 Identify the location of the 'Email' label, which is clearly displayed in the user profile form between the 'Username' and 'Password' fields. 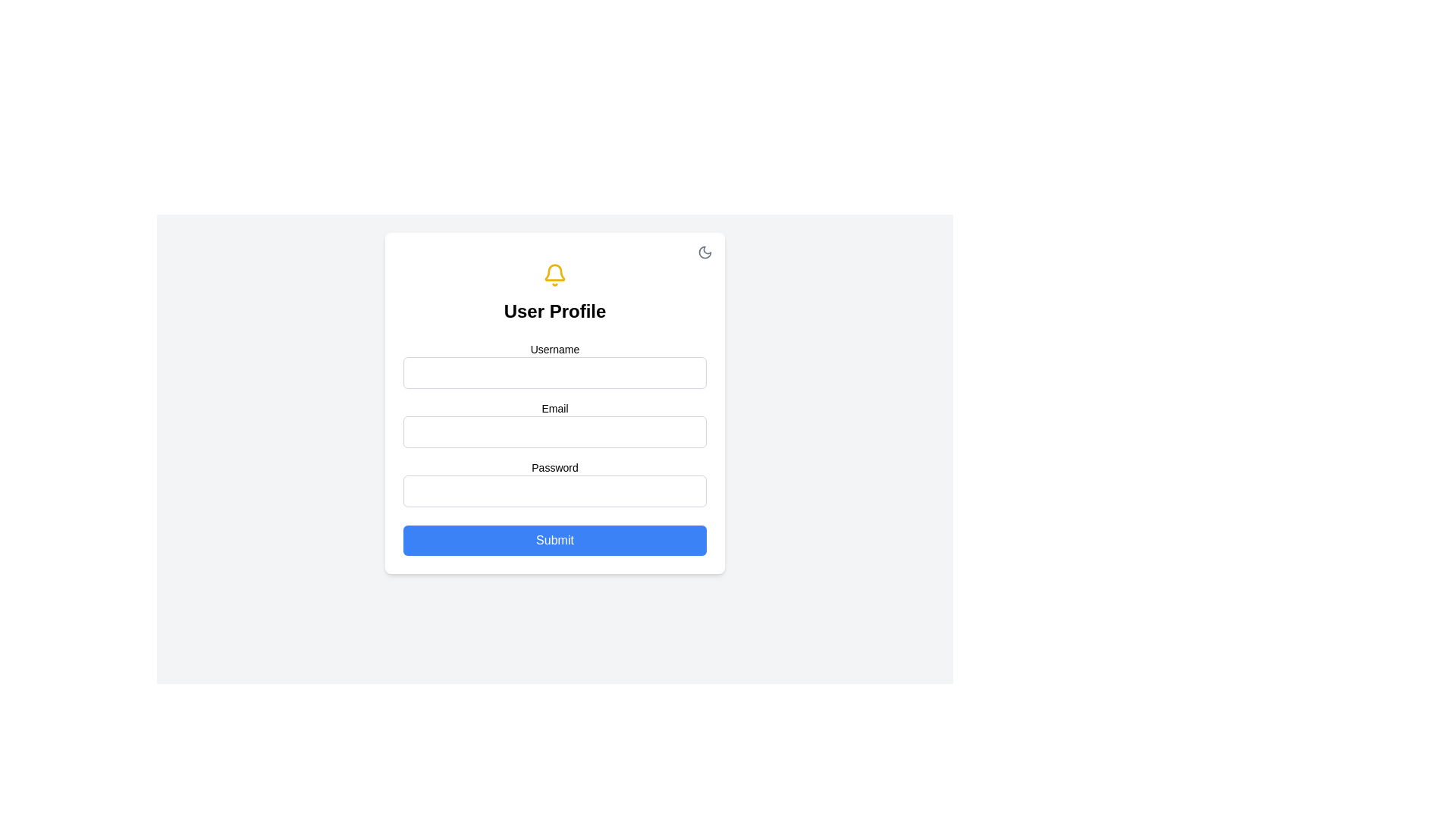
(554, 403).